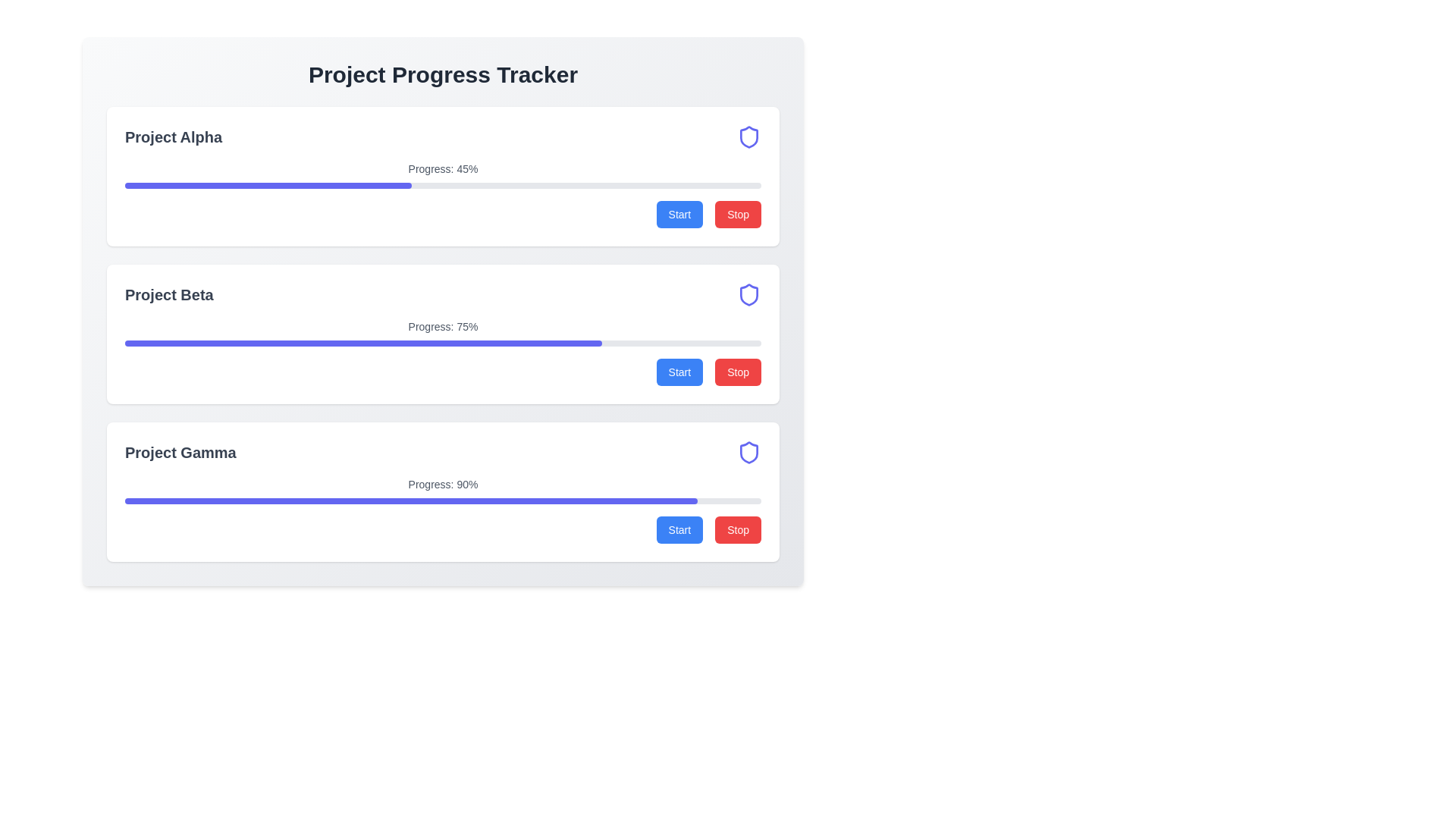 This screenshot has height=819, width=1456. Describe the element at coordinates (749, 452) in the screenshot. I see `the third shield icon in the 'Project Gamma' progress tracker card, which represents a security or validation feature` at that location.